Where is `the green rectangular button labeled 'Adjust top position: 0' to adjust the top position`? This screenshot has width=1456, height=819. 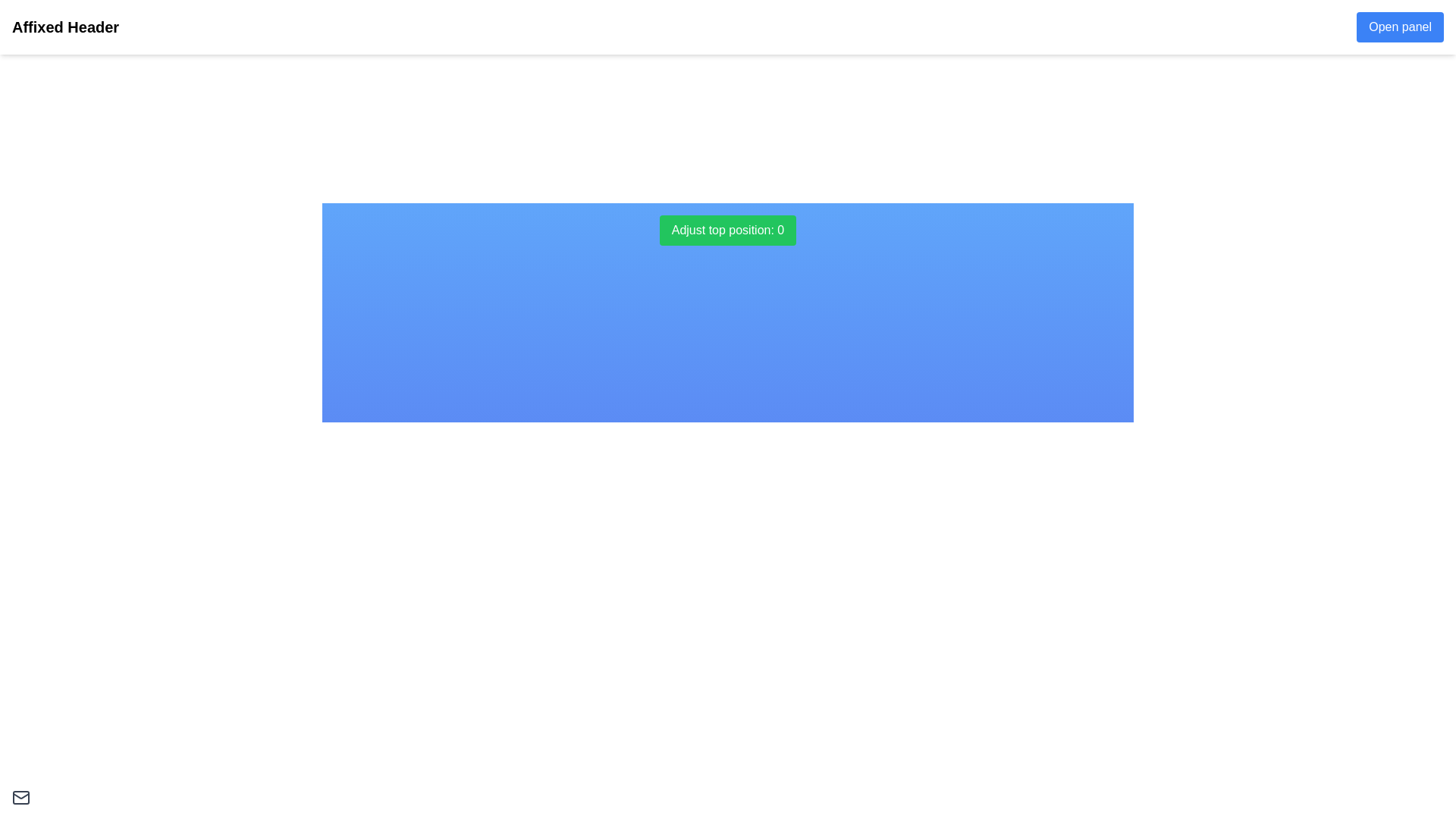
the green rectangular button labeled 'Adjust top position: 0' to adjust the top position is located at coordinates (728, 231).